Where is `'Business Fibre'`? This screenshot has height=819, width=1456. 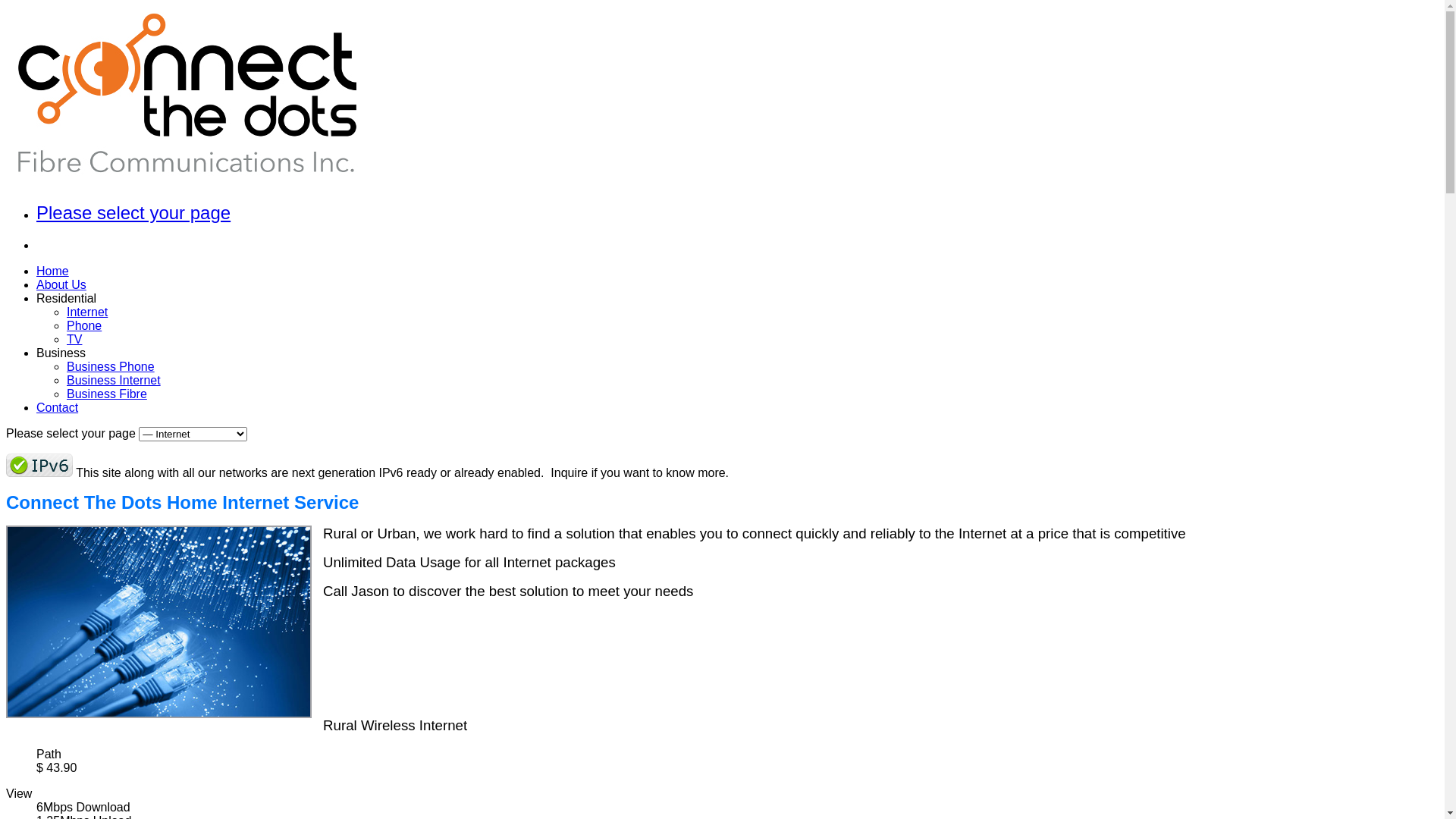
'Business Fibre' is located at coordinates (65, 393).